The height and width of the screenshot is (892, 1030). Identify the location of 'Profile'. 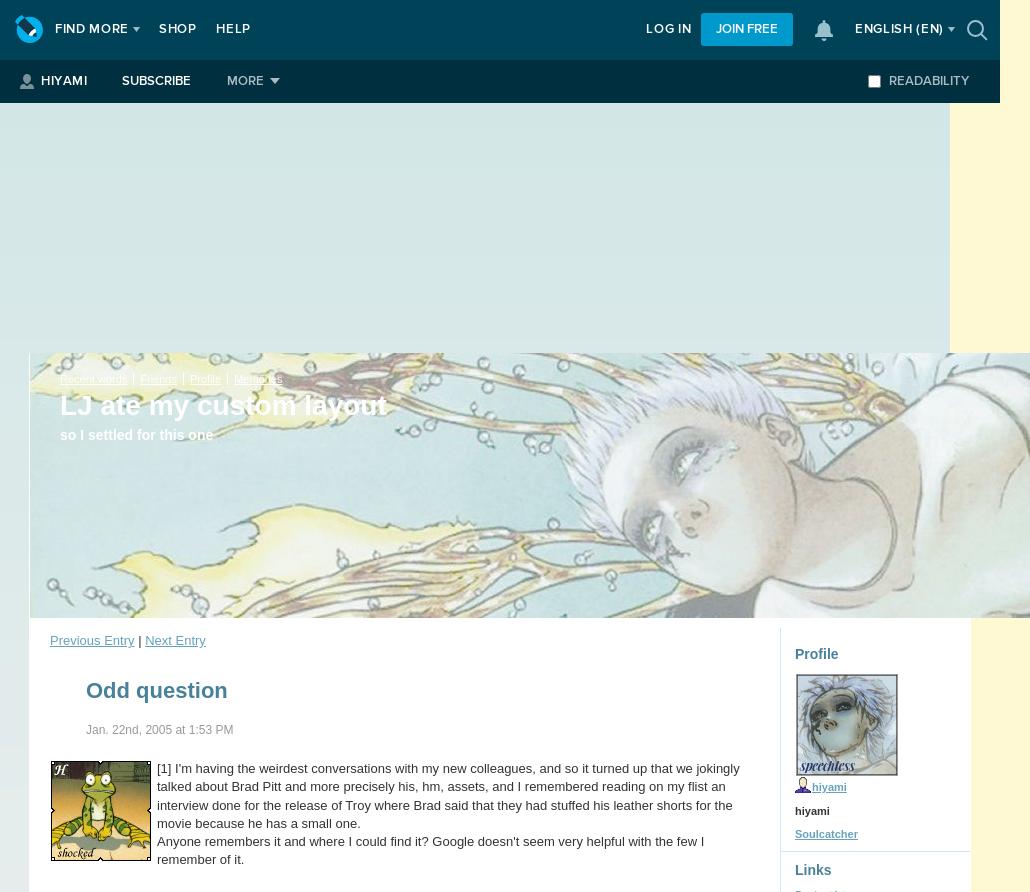
(815, 653).